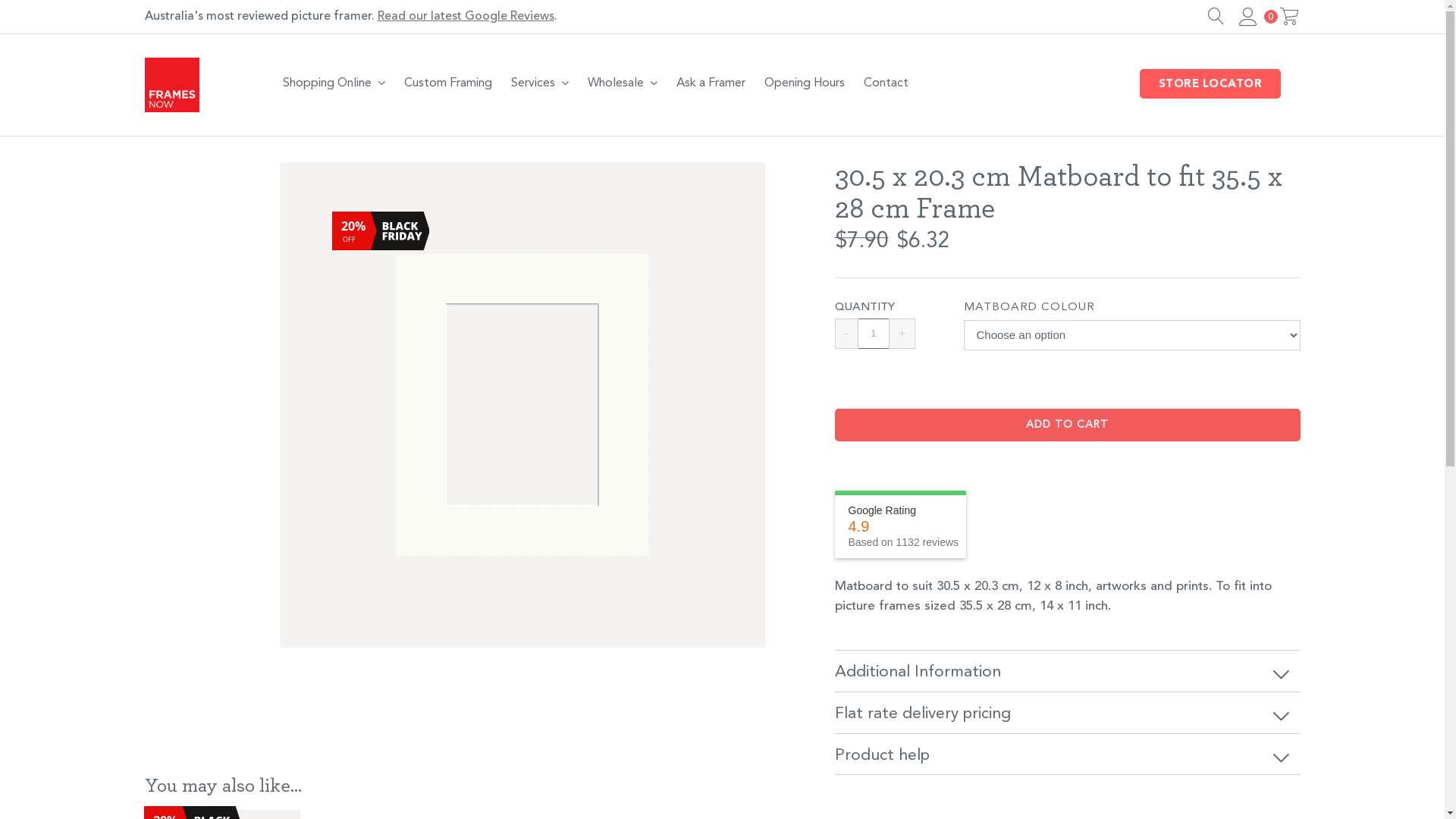 Image resolution: width=1456 pixels, height=819 pixels. I want to click on 'Ask a Framer', so click(710, 83).